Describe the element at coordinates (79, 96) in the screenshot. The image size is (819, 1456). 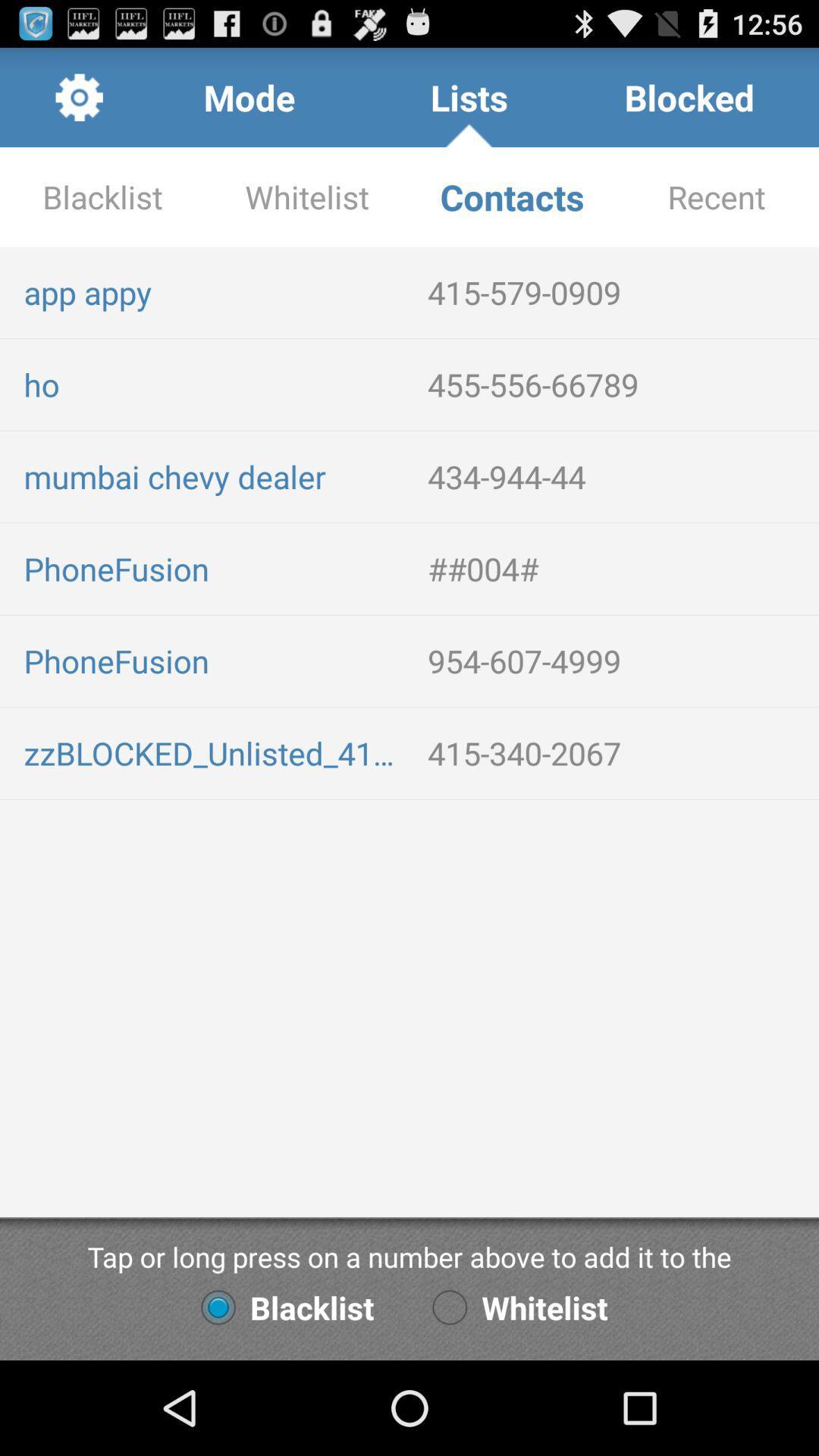
I see `app to the left of the mode` at that location.